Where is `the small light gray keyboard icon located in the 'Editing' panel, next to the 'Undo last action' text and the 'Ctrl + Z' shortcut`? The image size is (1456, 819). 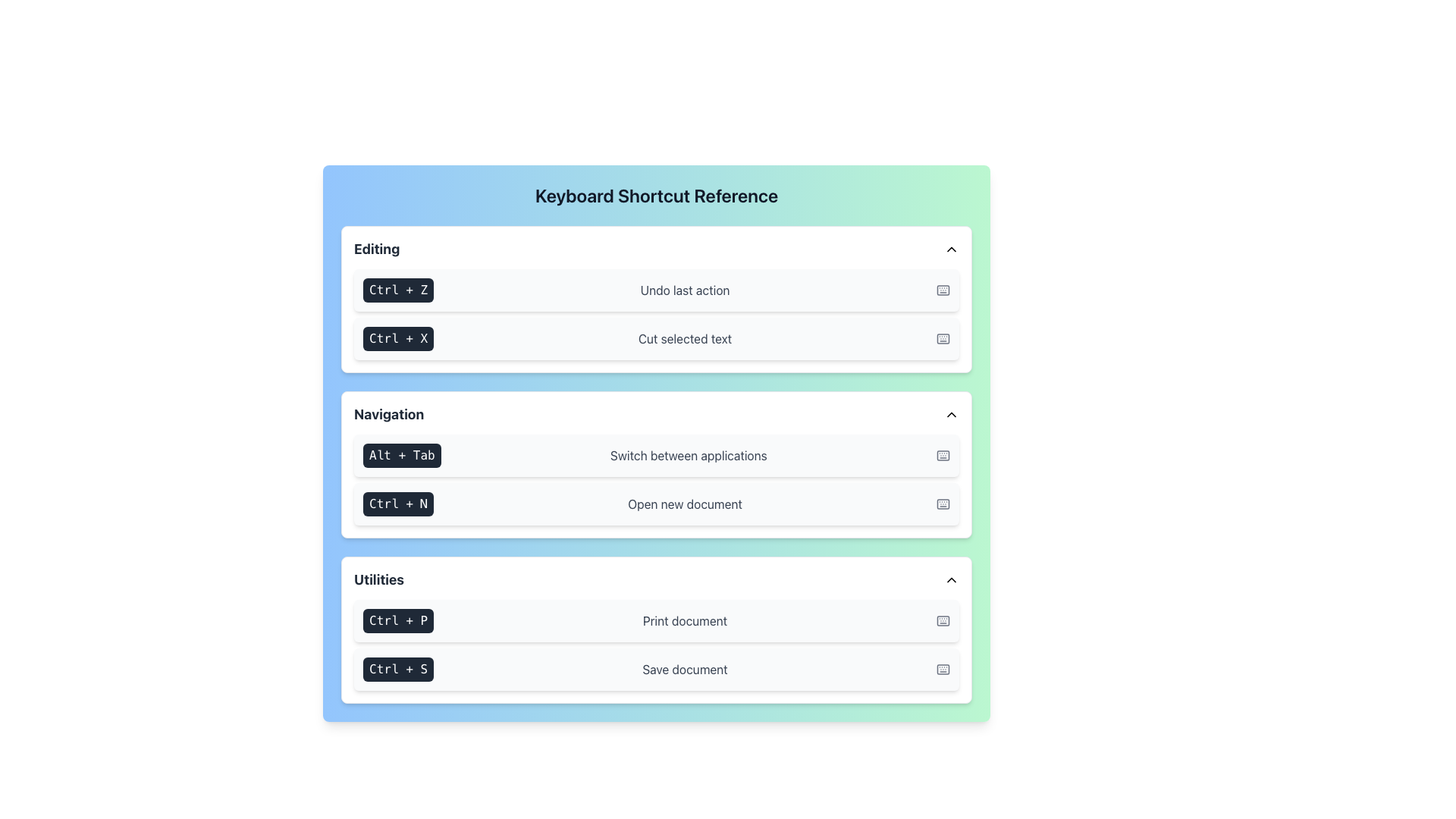 the small light gray keyboard icon located in the 'Editing' panel, next to the 'Undo last action' text and the 'Ctrl + Z' shortcut is located at coordinates (942, 290).